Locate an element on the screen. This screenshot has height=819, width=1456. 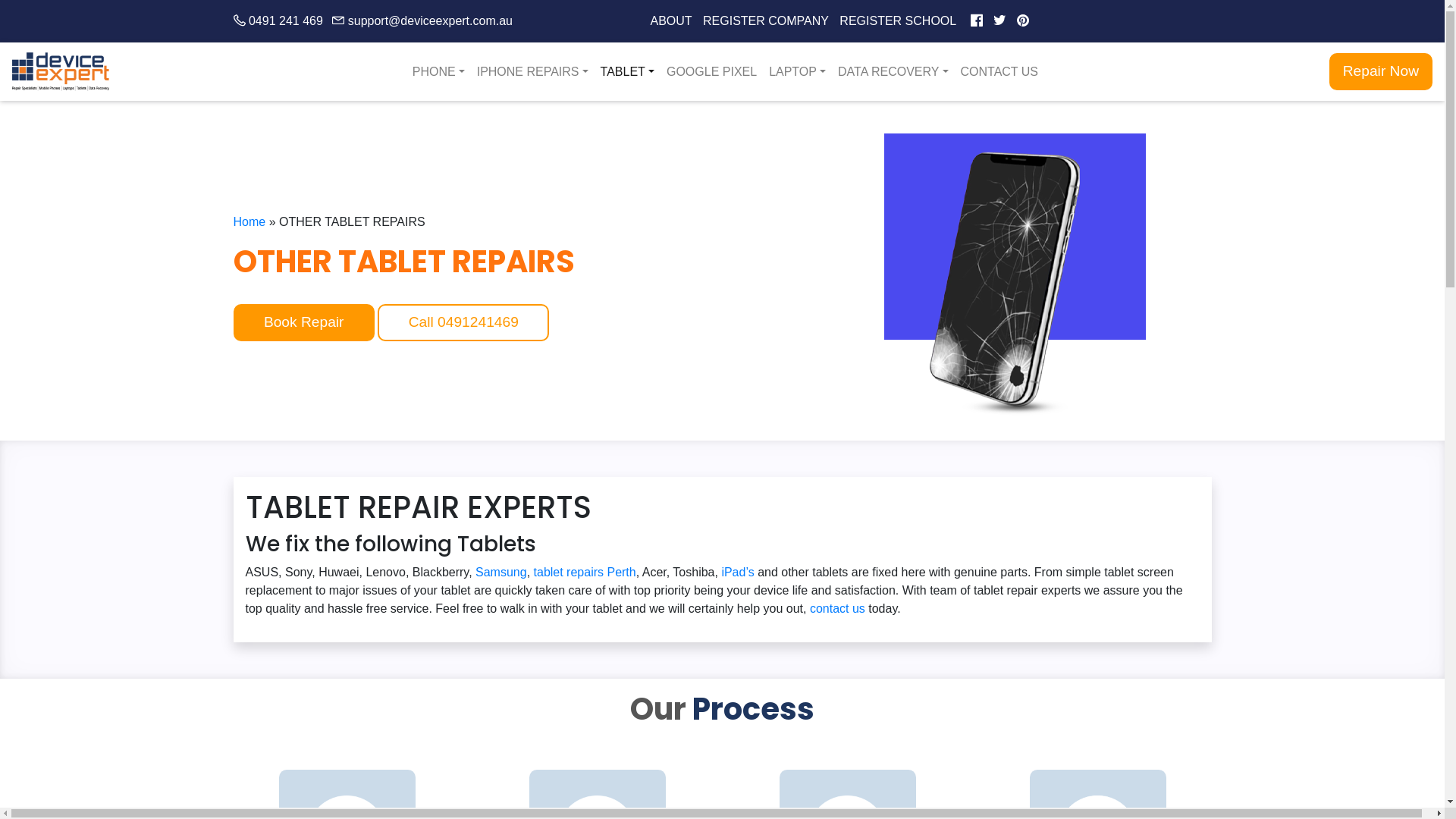
'ABOUT' is located at coordinates (670, 20).